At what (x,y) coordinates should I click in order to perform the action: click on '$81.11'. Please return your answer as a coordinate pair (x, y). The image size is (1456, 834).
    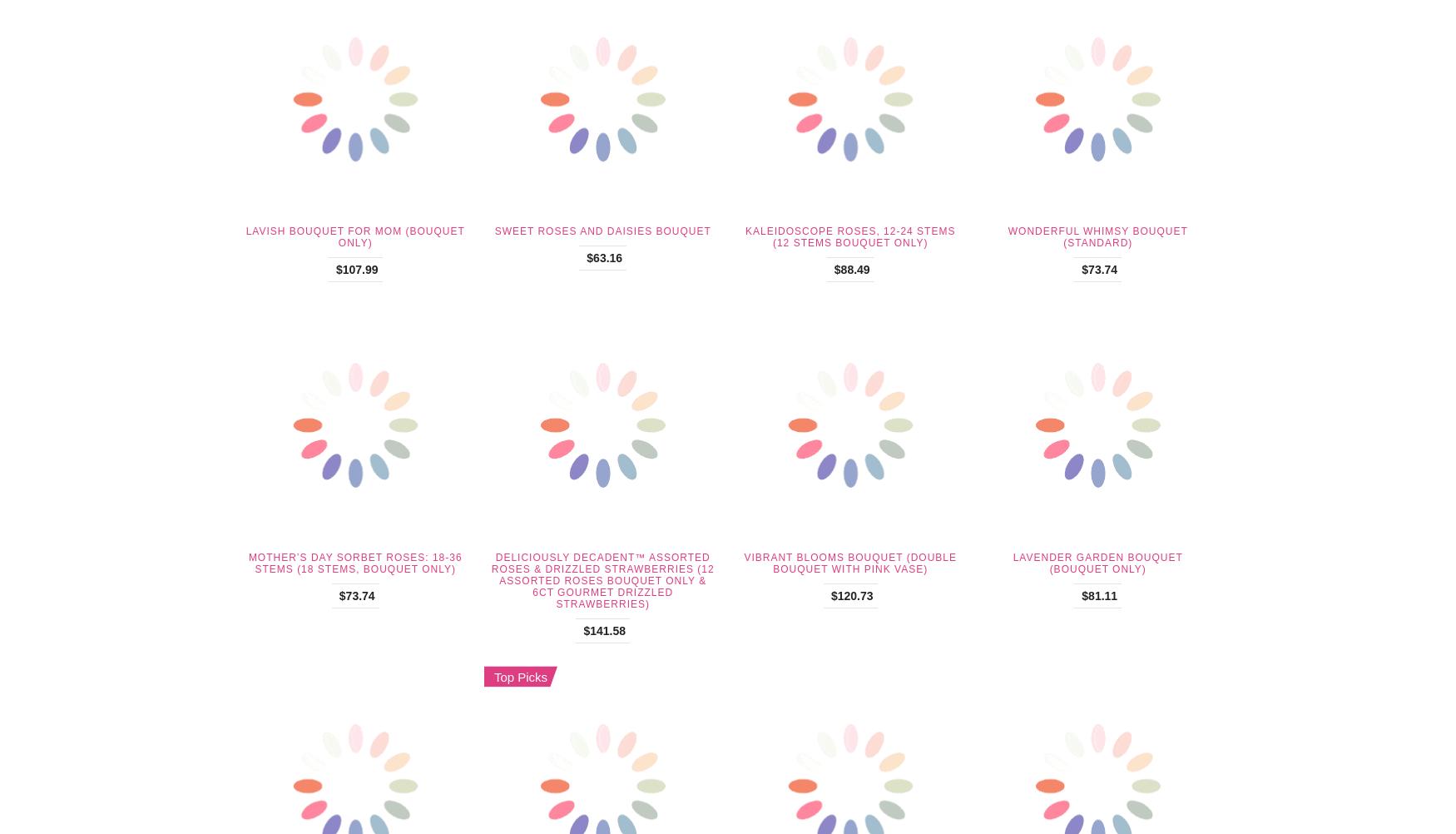
    Looking at the image, I should click on (1099, 595).